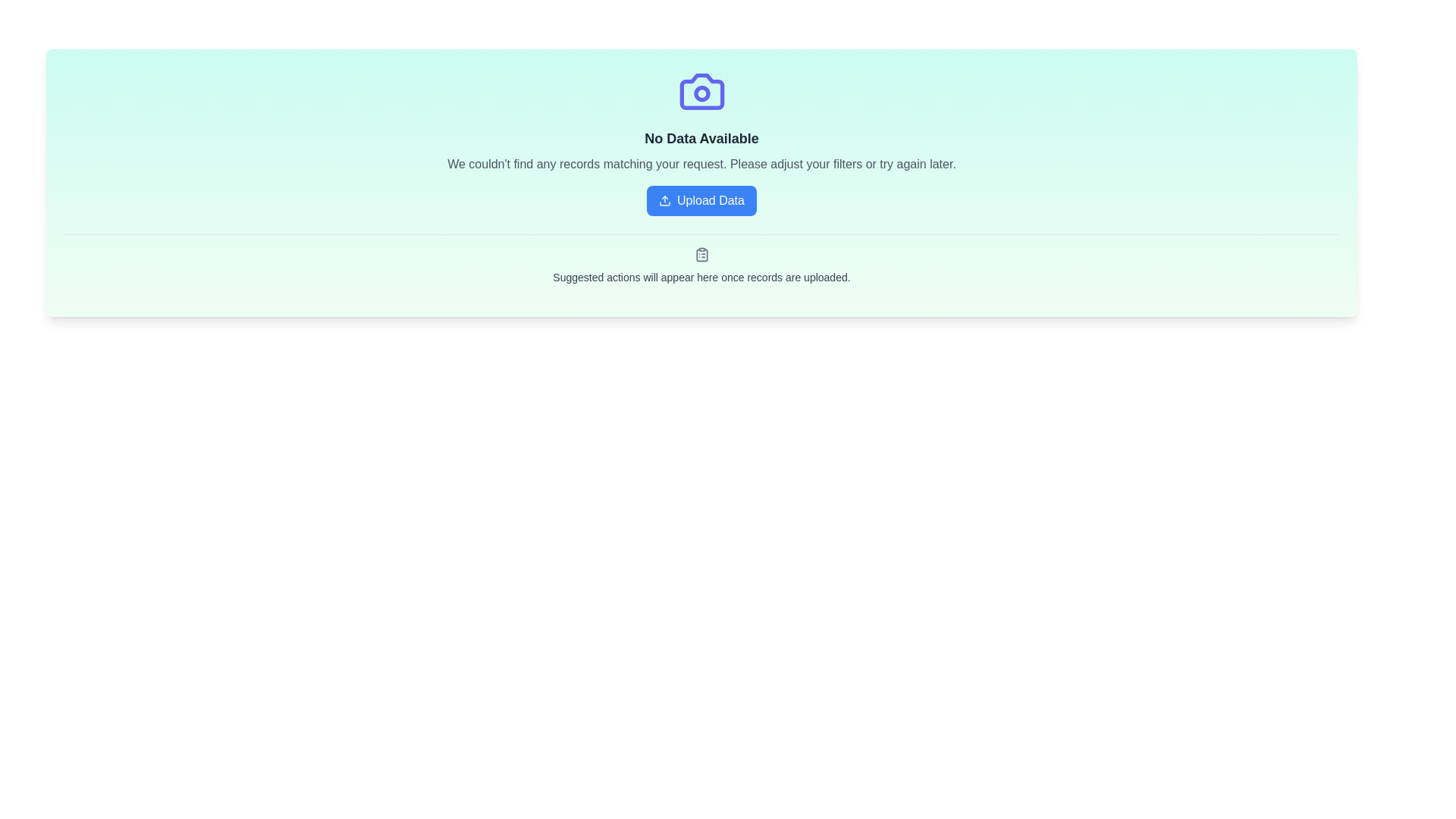 This screenshot has width=1456, height=819. What do you see at coordinates (665, 200) in the screenshot?
I see `the upward arrow icon within the blue button labeled 'Upload Data', which is situated to the left of the button's text` at bounding box center [665, 200].